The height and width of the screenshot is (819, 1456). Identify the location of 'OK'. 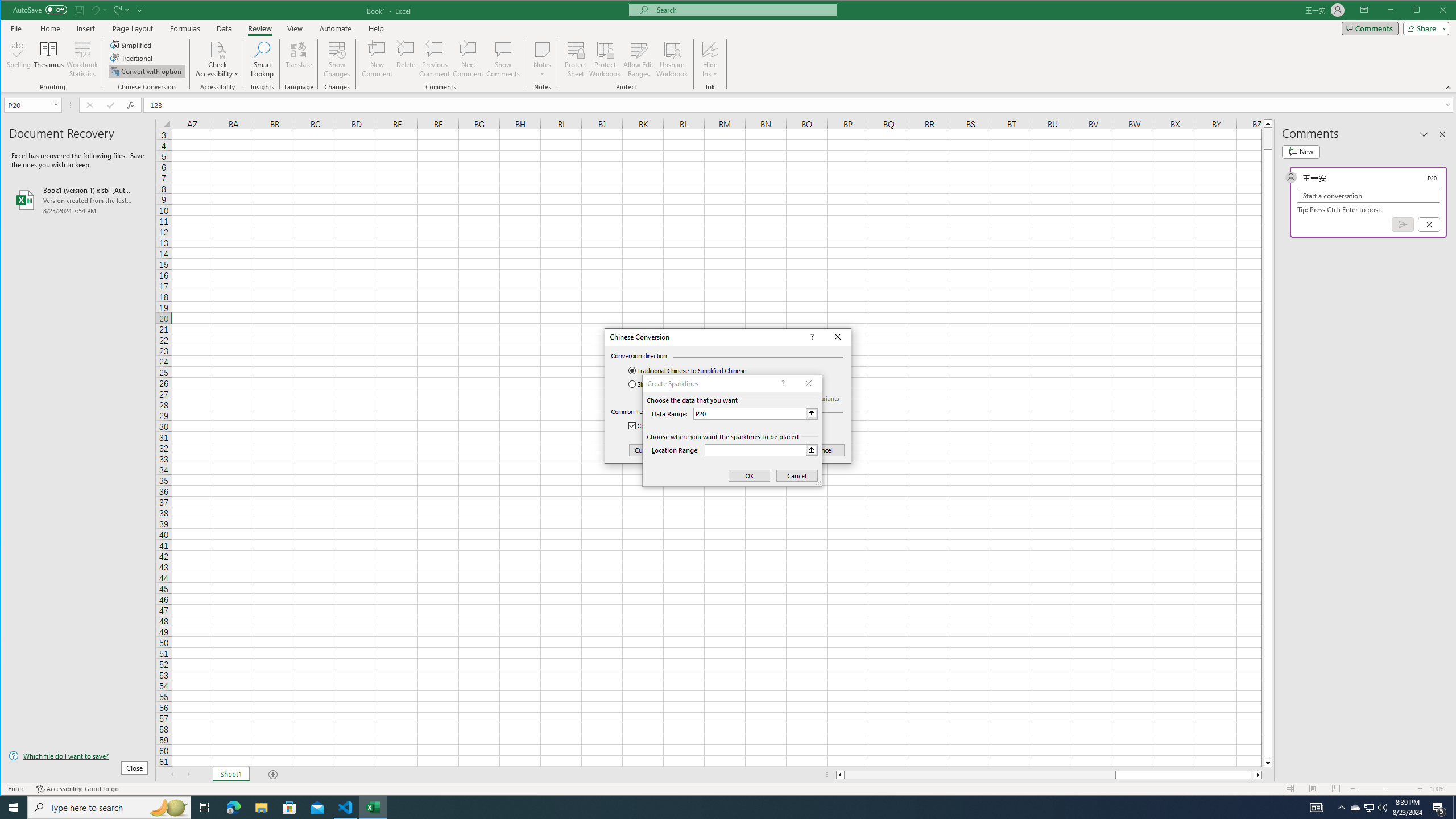
(771, 450).